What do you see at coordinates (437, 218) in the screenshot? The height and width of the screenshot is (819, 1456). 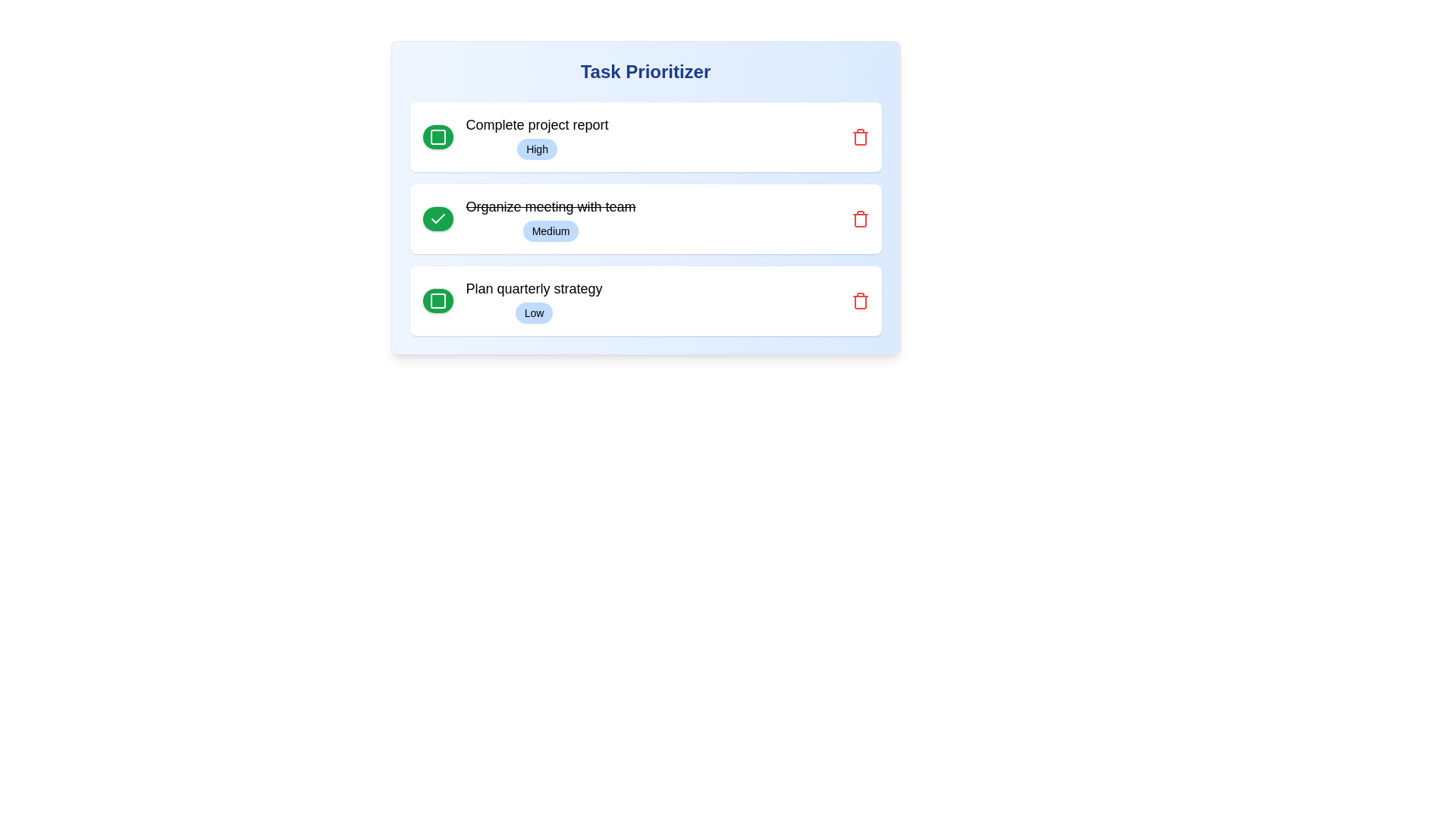 I see `the second checkmark icon that indicates the completed status of the task 'Organize meeting with team' in the task manager interface` at bounding box center [437, 218].